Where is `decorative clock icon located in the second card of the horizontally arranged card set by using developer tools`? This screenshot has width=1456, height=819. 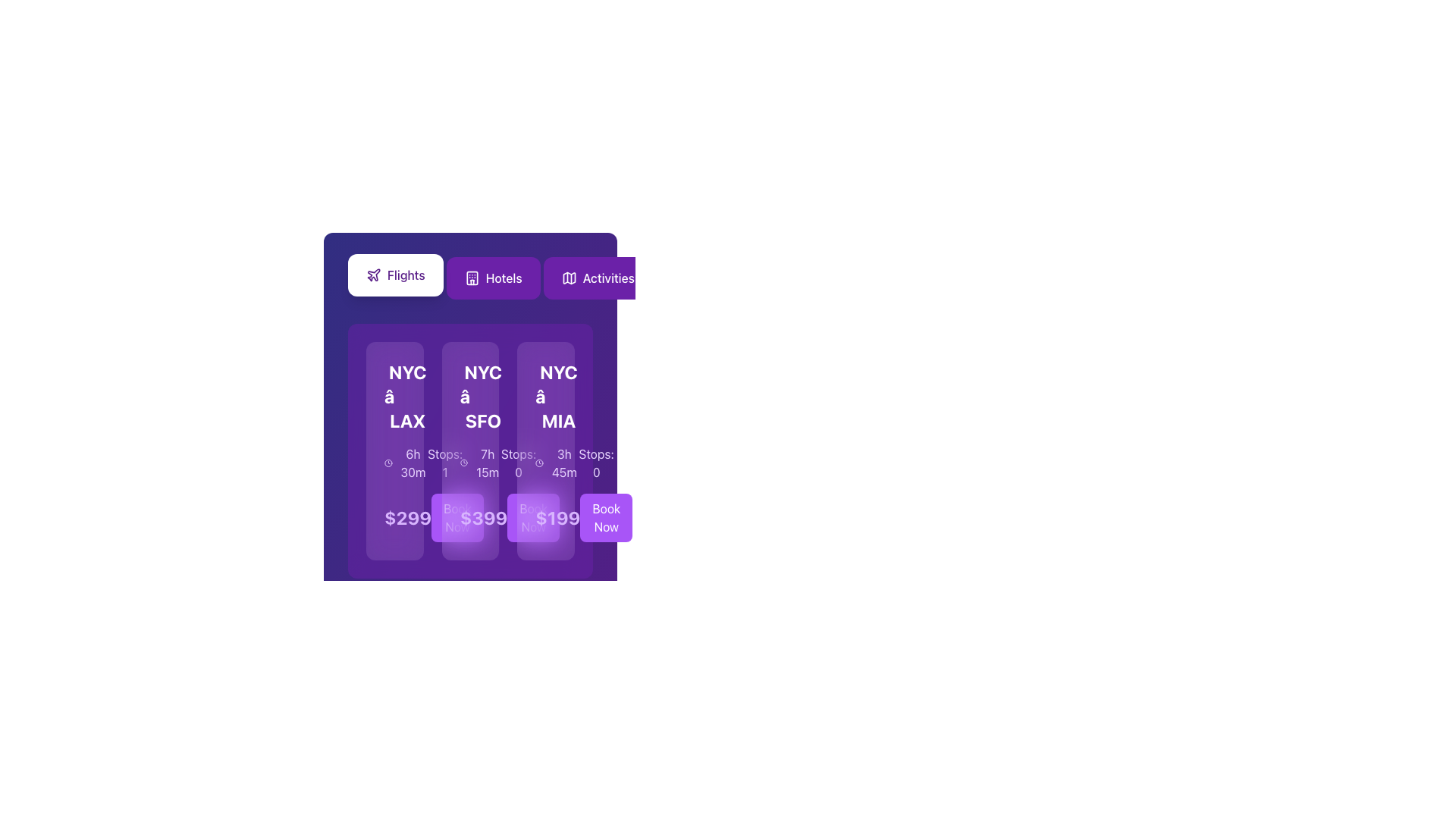 decorative clock icon located in the second card of the horizontally arranged card set by using developer tools is located at coordinates (439, 397).